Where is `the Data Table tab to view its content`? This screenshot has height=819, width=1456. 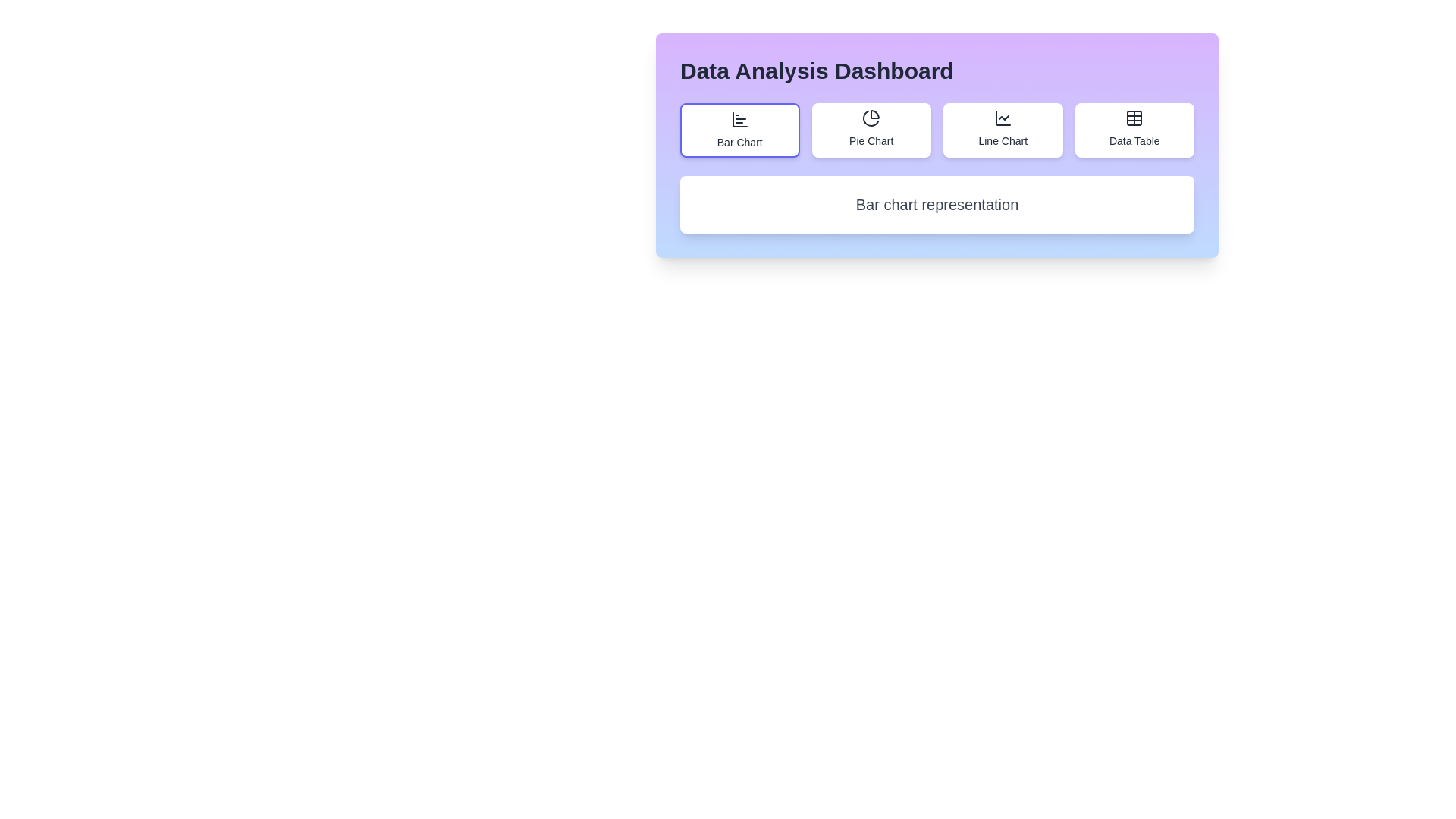 the Data Table tab to view its content is located at coordinates (1134, 130).